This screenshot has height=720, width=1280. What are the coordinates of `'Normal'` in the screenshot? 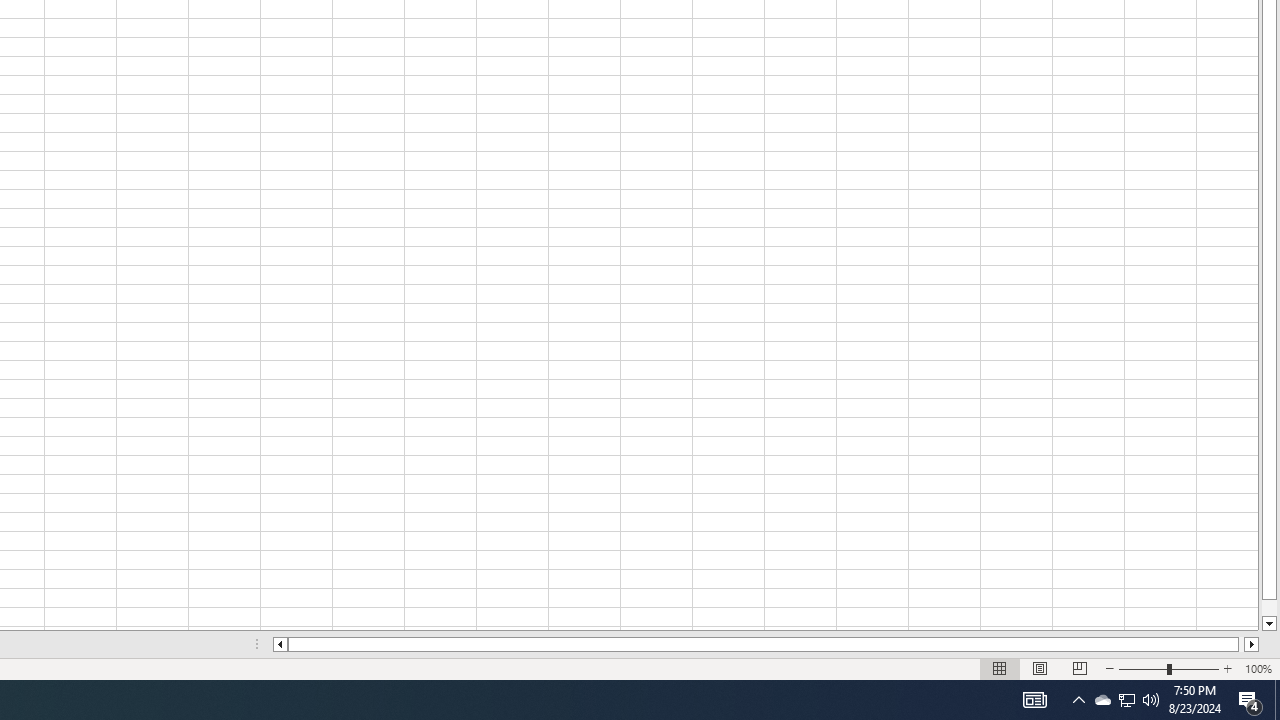 It's located at (1000, 669).